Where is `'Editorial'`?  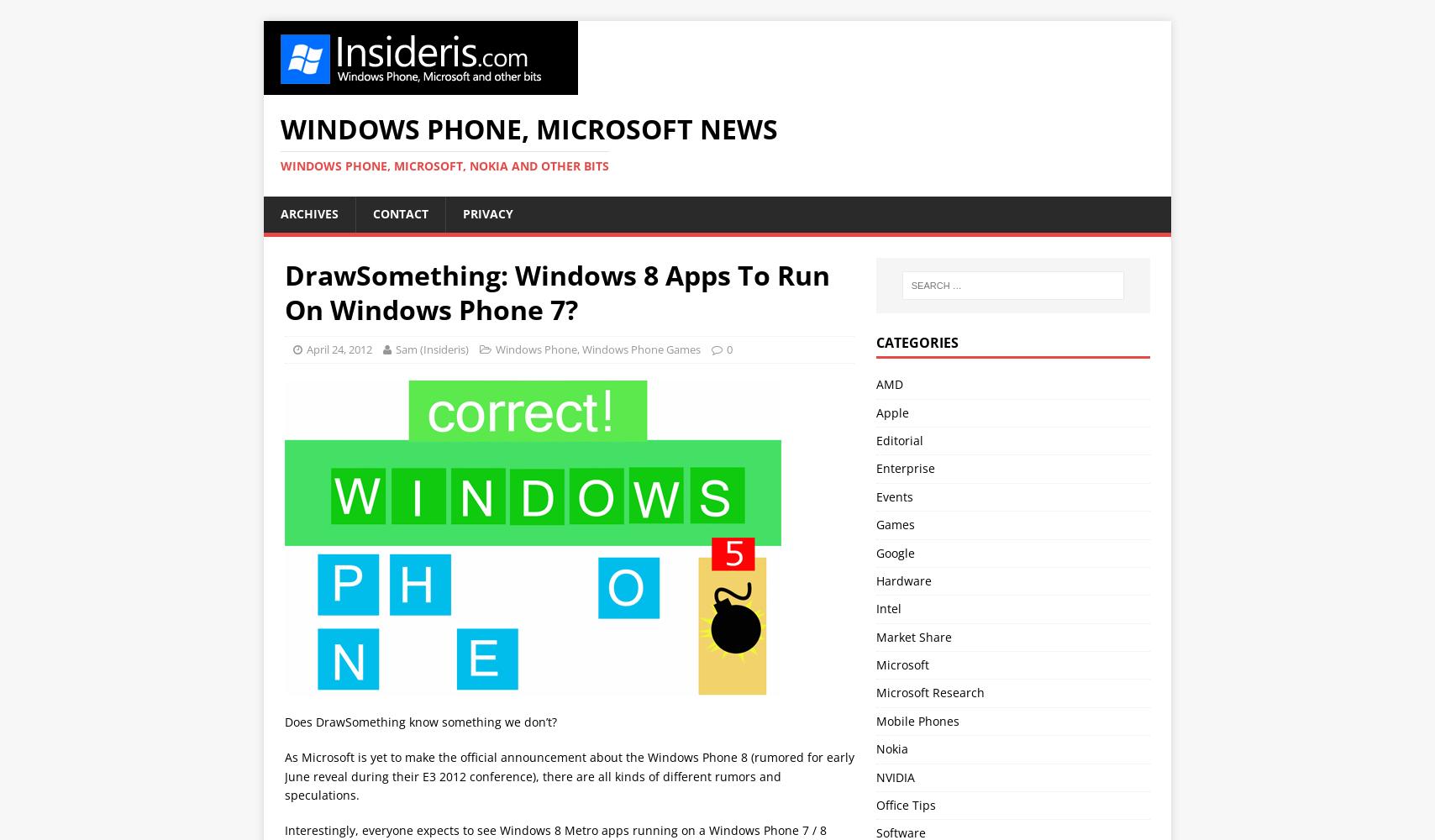 'Editorial' is located at coordinates (899, 439).